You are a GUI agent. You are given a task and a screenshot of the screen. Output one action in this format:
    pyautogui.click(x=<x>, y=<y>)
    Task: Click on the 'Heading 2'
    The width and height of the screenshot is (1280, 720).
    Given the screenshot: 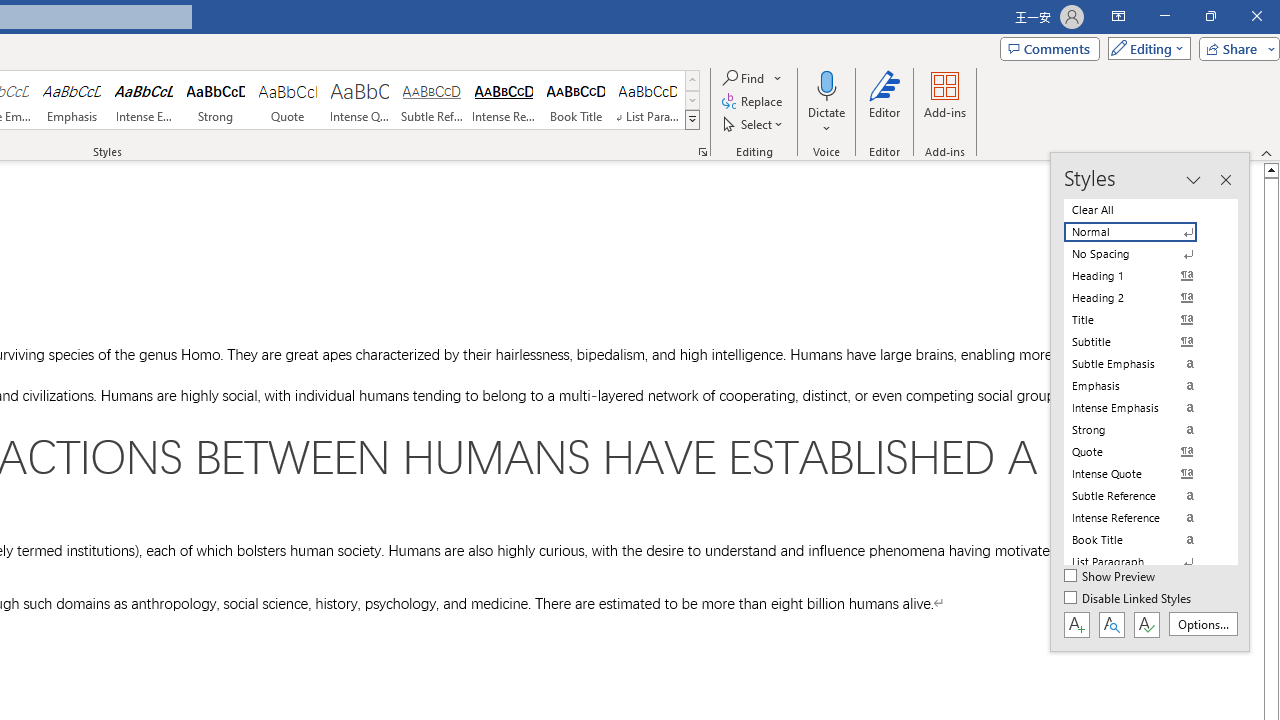 What is the action you would take?
    pyautogui.click(x=1142, y=298)
    